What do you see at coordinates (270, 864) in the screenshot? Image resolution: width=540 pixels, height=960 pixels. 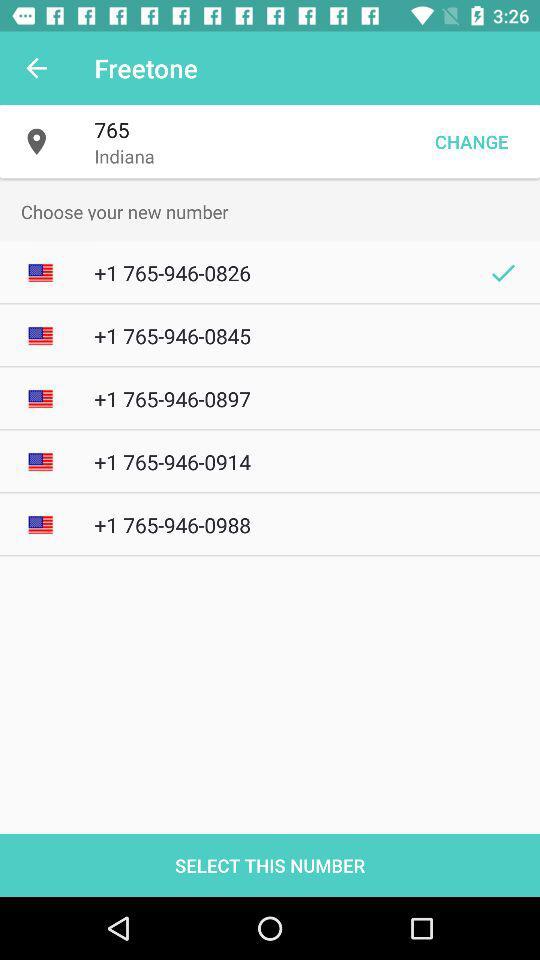 I see `the select this number icon` at bounding box center [270, 864].